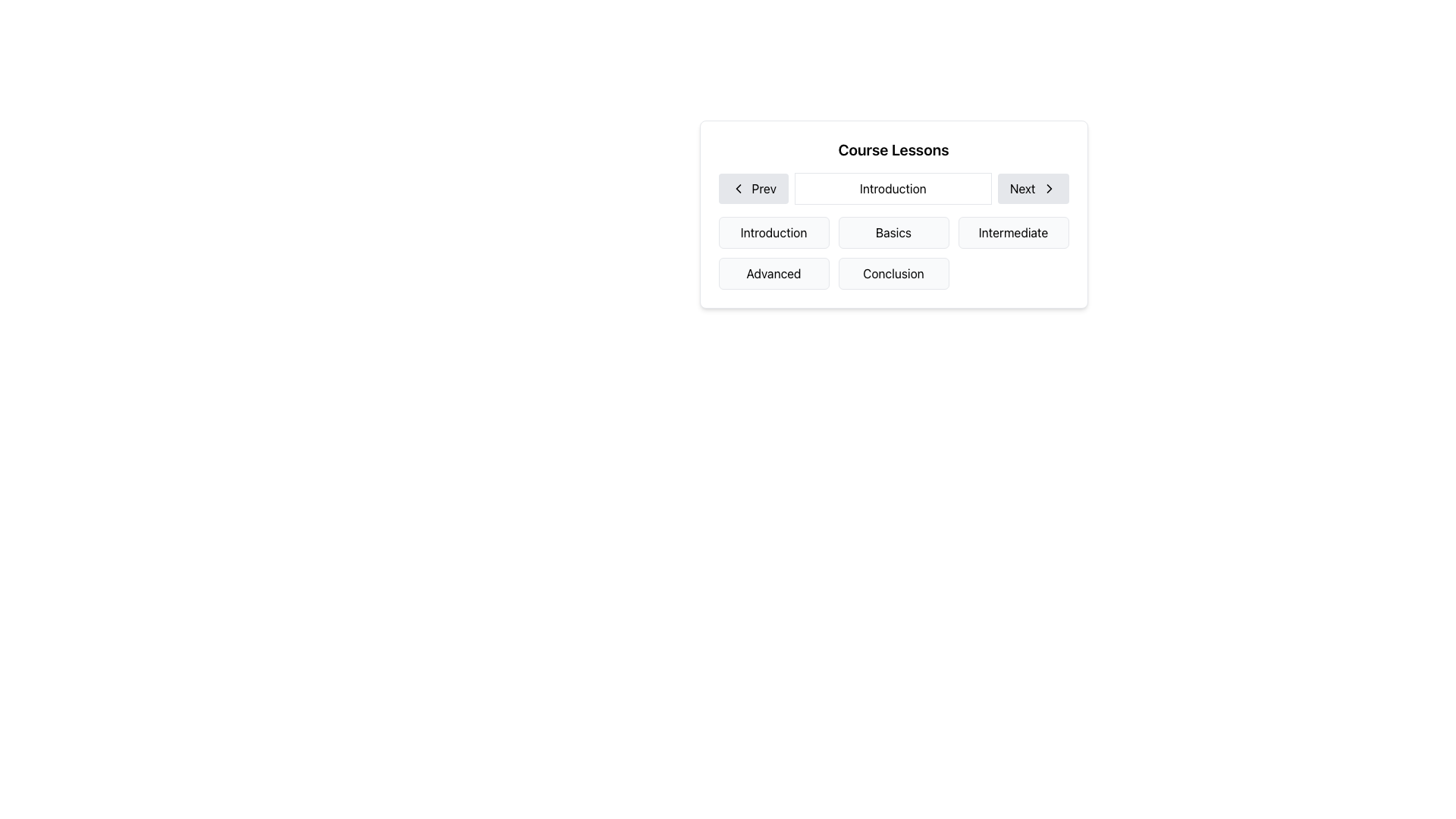  I want to click on the 'Intermediate' button for keyboard interactions by moving the cursor to its center point, preparing it for Tab navigation, so click(1013, 233).